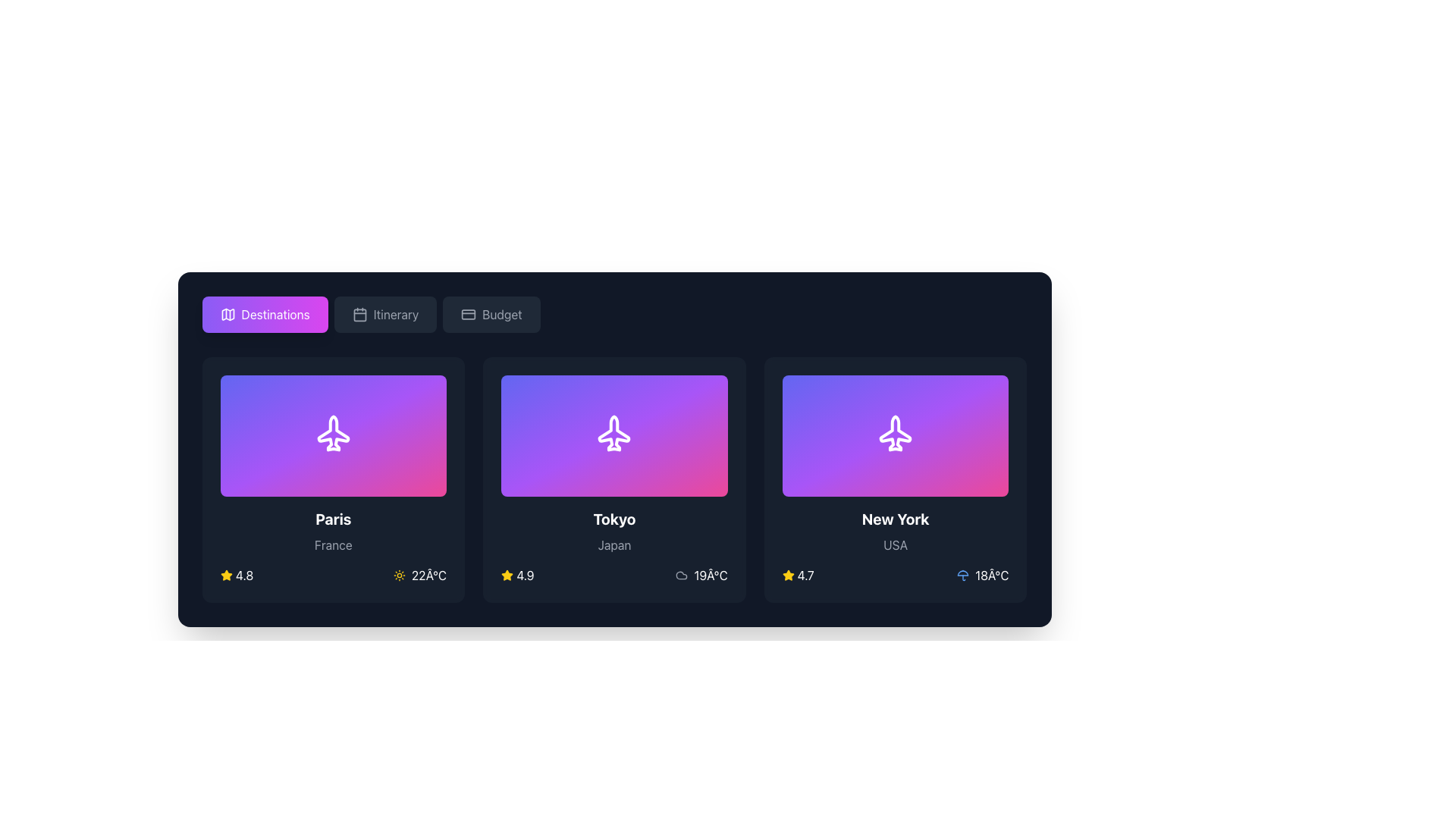 The height and width of the screenshot is (819, 1456). Describe the element at coordinates (710, 576) in the screenshot. I see `the text label displaying '19Â°C' in white color, located at the bottom-right corner of the 'Tokyo' card, near the weather icon` at that location.